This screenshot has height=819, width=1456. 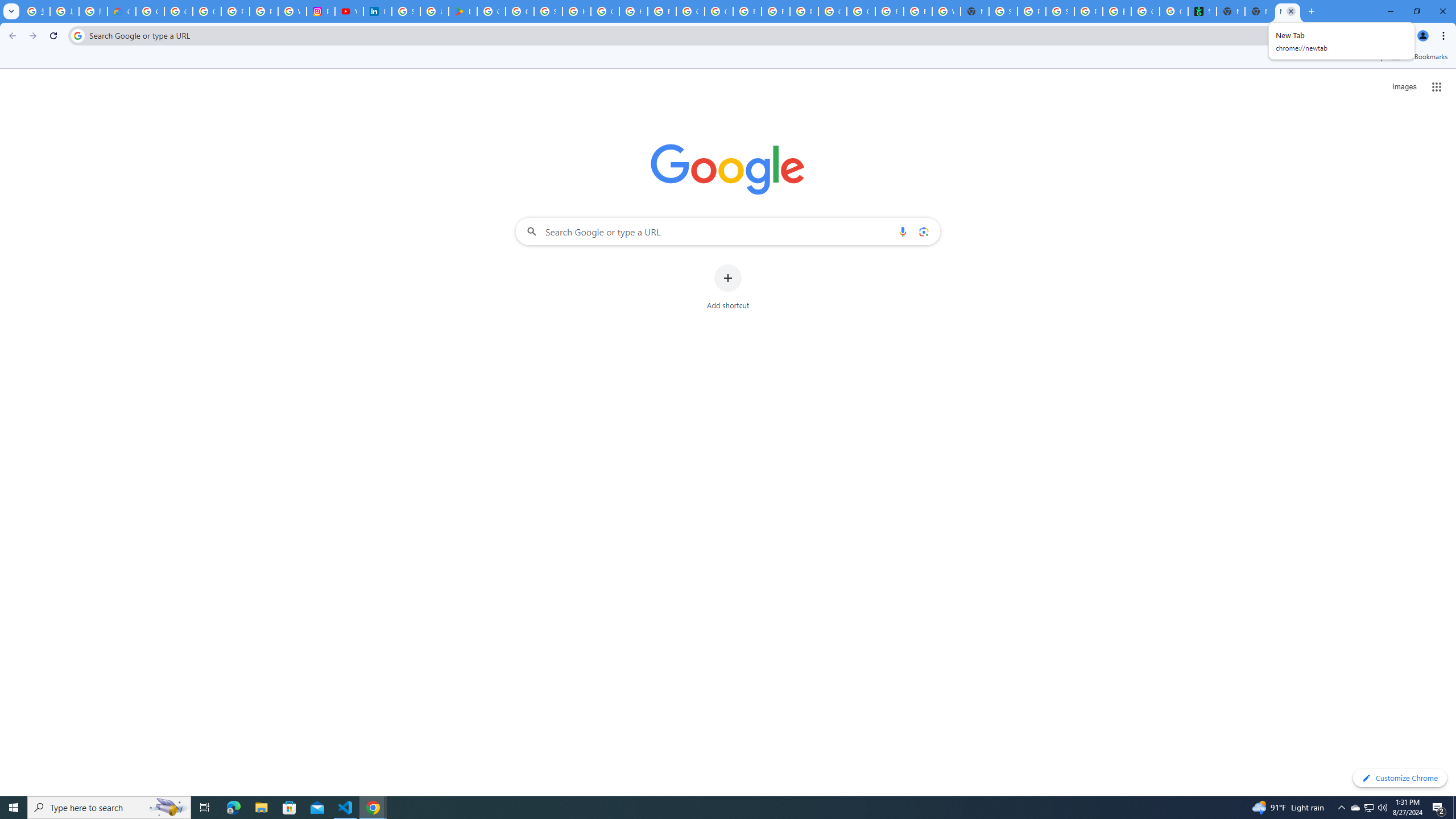 What do you see at coordinates (1416, 11) in the screenshot?
I see `'Restore'` at bounding box center [1416, 11].